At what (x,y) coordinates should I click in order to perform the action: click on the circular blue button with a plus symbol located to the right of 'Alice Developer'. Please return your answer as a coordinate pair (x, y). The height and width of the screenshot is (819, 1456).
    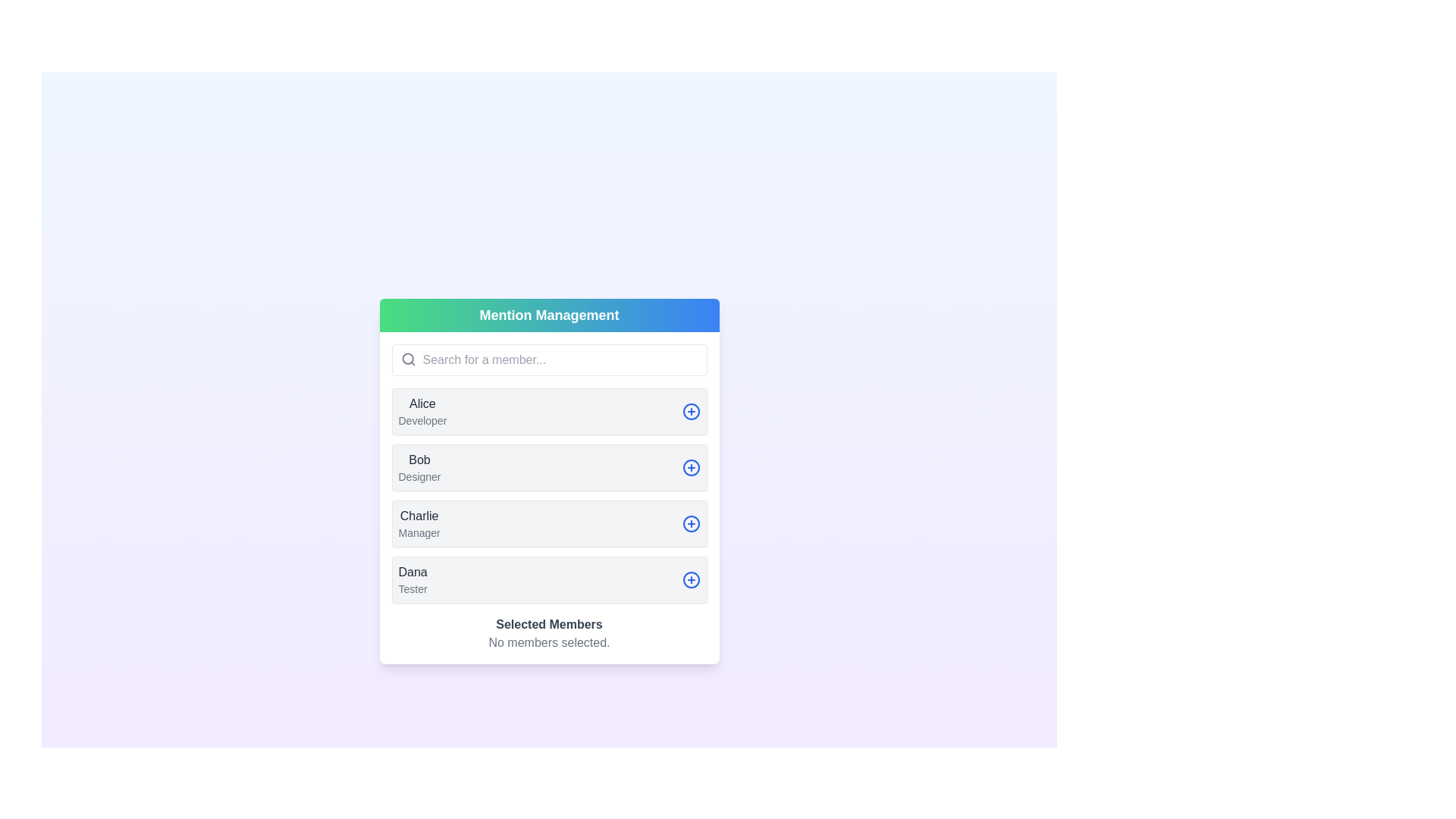
    Looking at the image, I should click on (690, 412).